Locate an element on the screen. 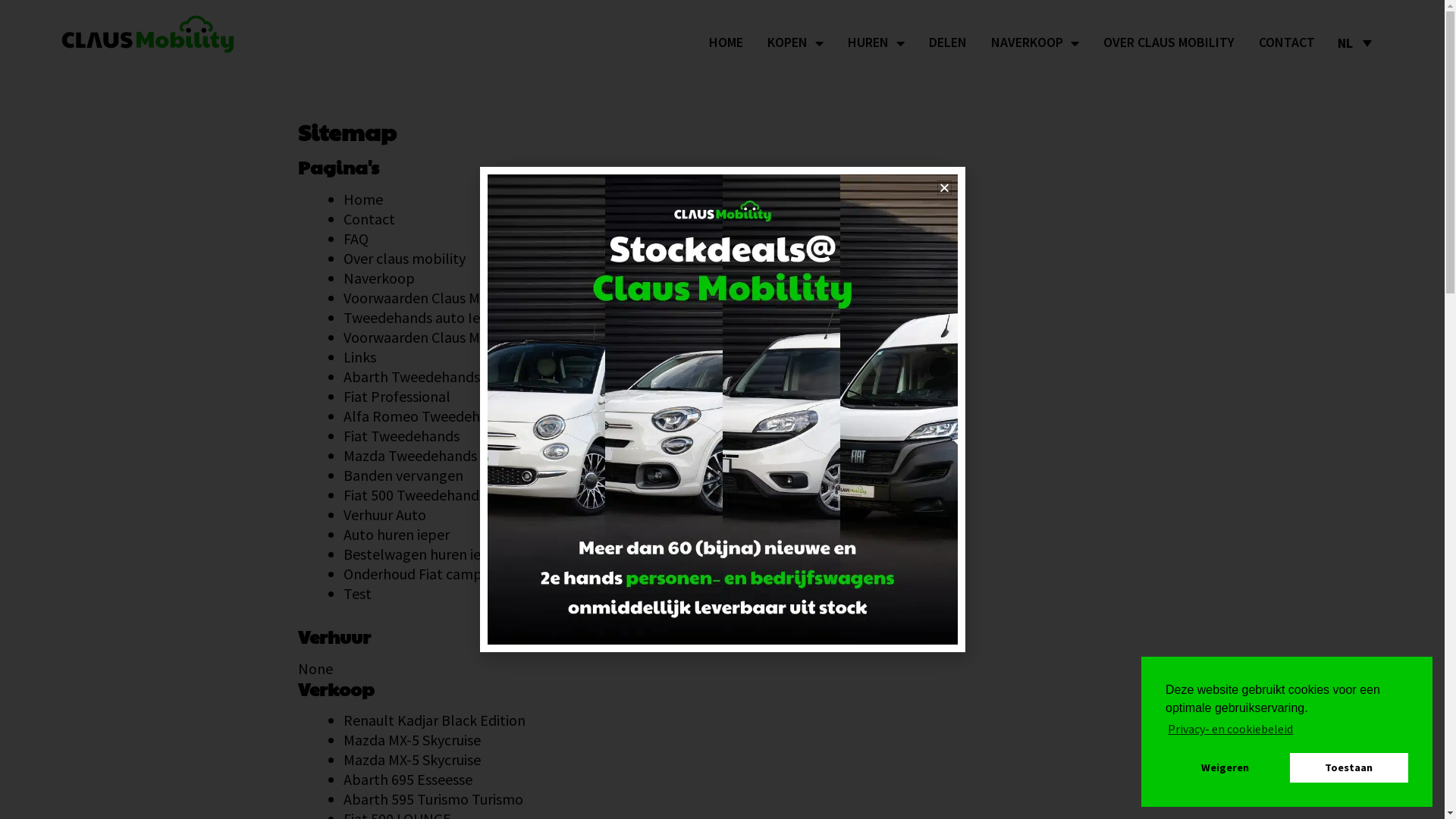 This screenshot has width=1456, height=819. 'Links' is located at coordinates (358, 356).